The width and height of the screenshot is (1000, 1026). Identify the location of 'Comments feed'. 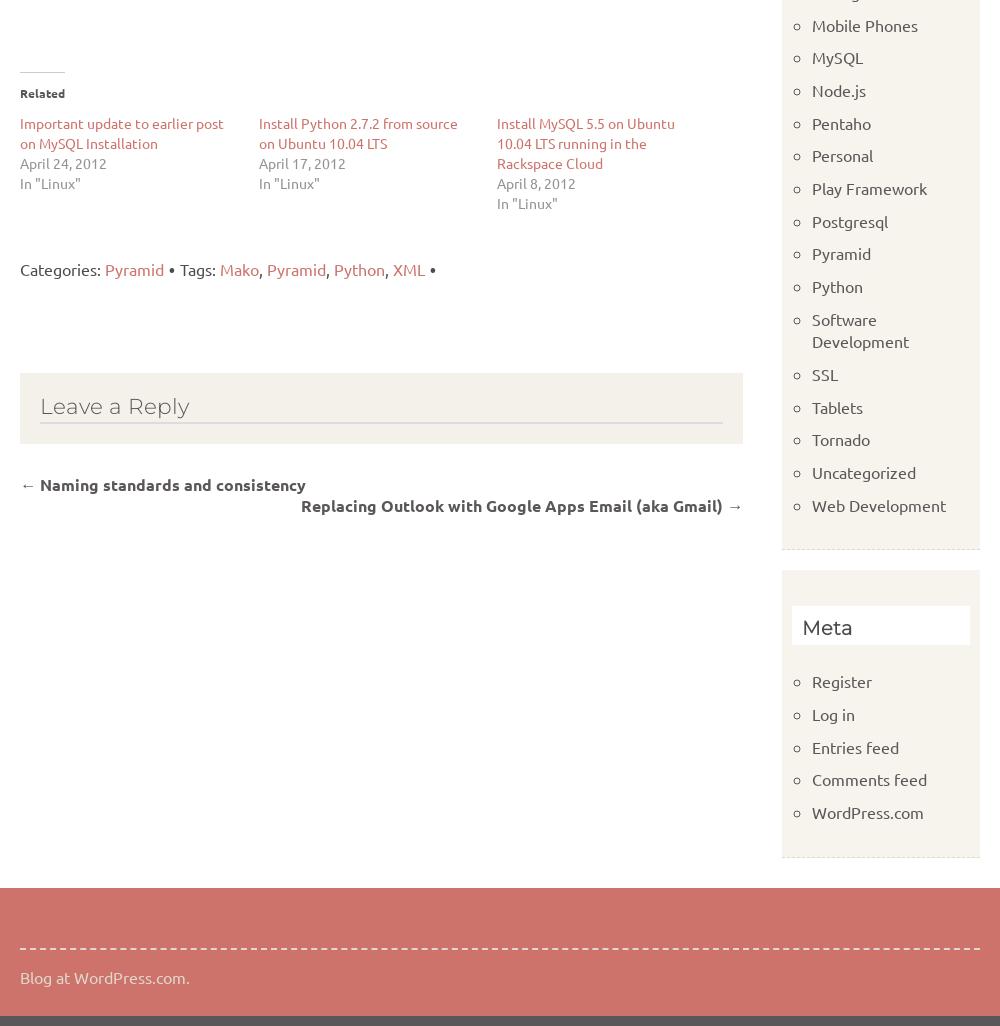
(867, 778).